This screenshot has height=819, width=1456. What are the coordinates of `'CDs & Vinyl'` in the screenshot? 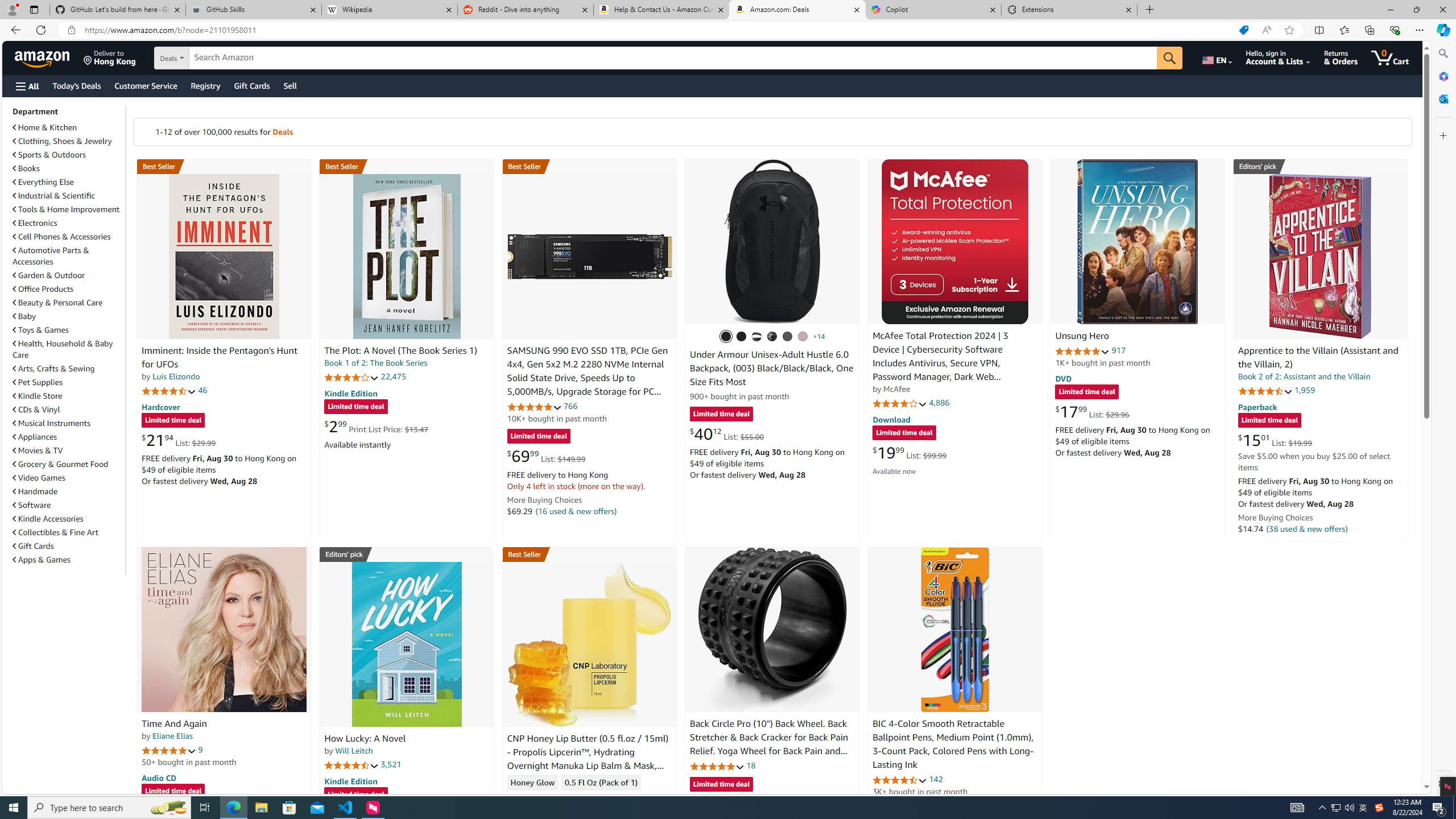 It's located at (67, 409).